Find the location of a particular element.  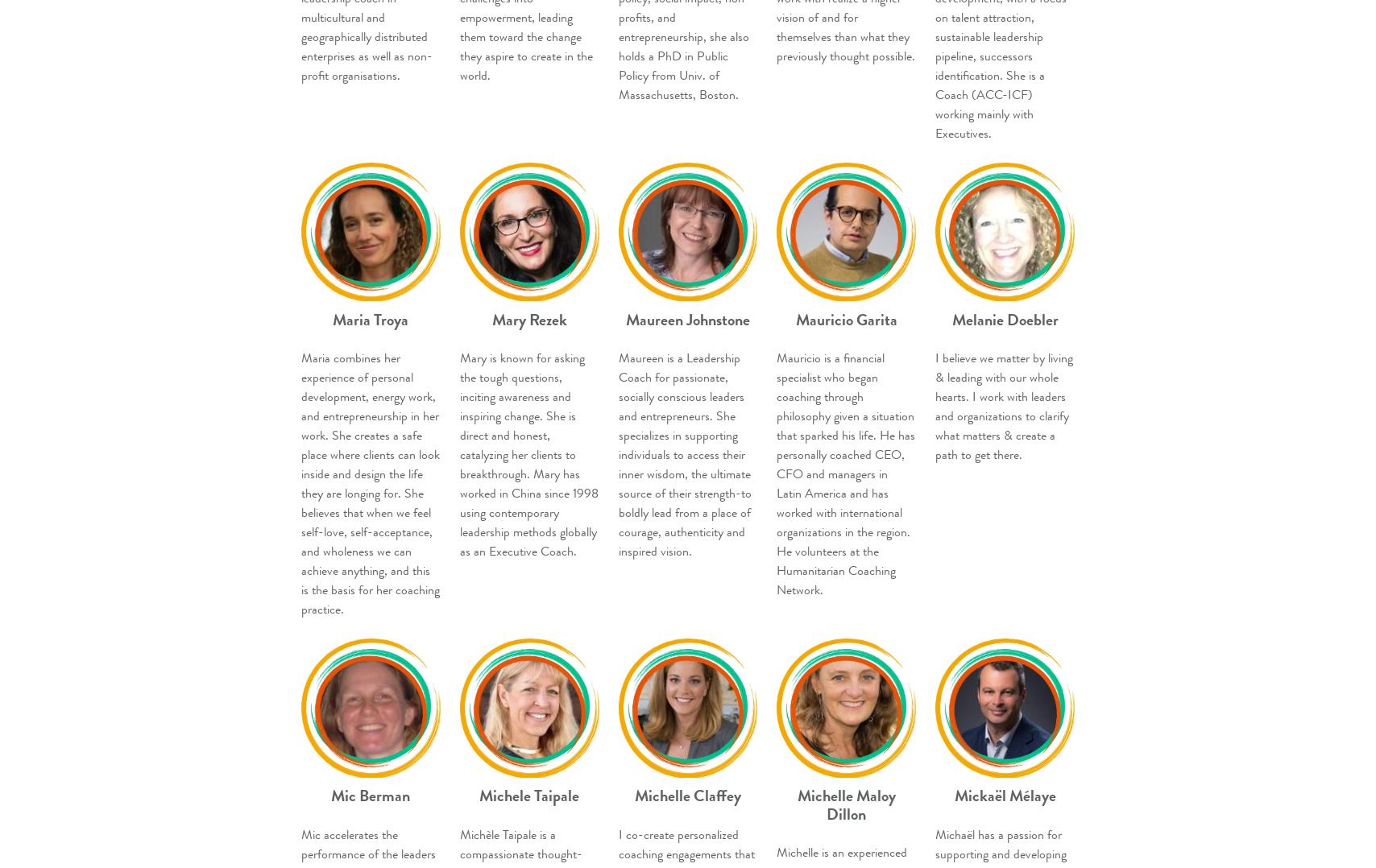

'Mickaël Mélaye' is located at coordinates (953, 796).